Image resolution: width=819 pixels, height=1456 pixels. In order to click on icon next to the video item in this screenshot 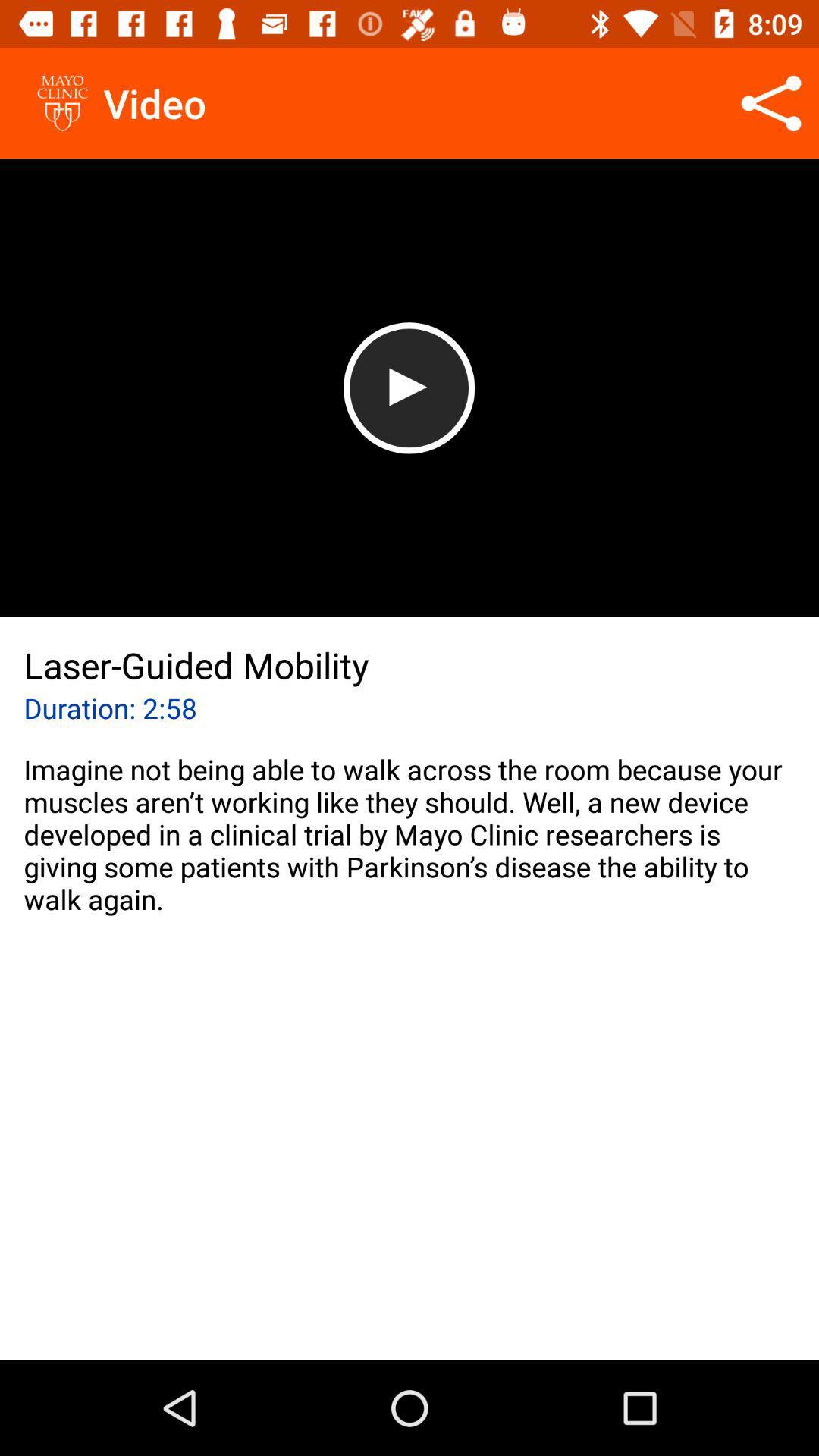, I will do `click(771, 102)`.